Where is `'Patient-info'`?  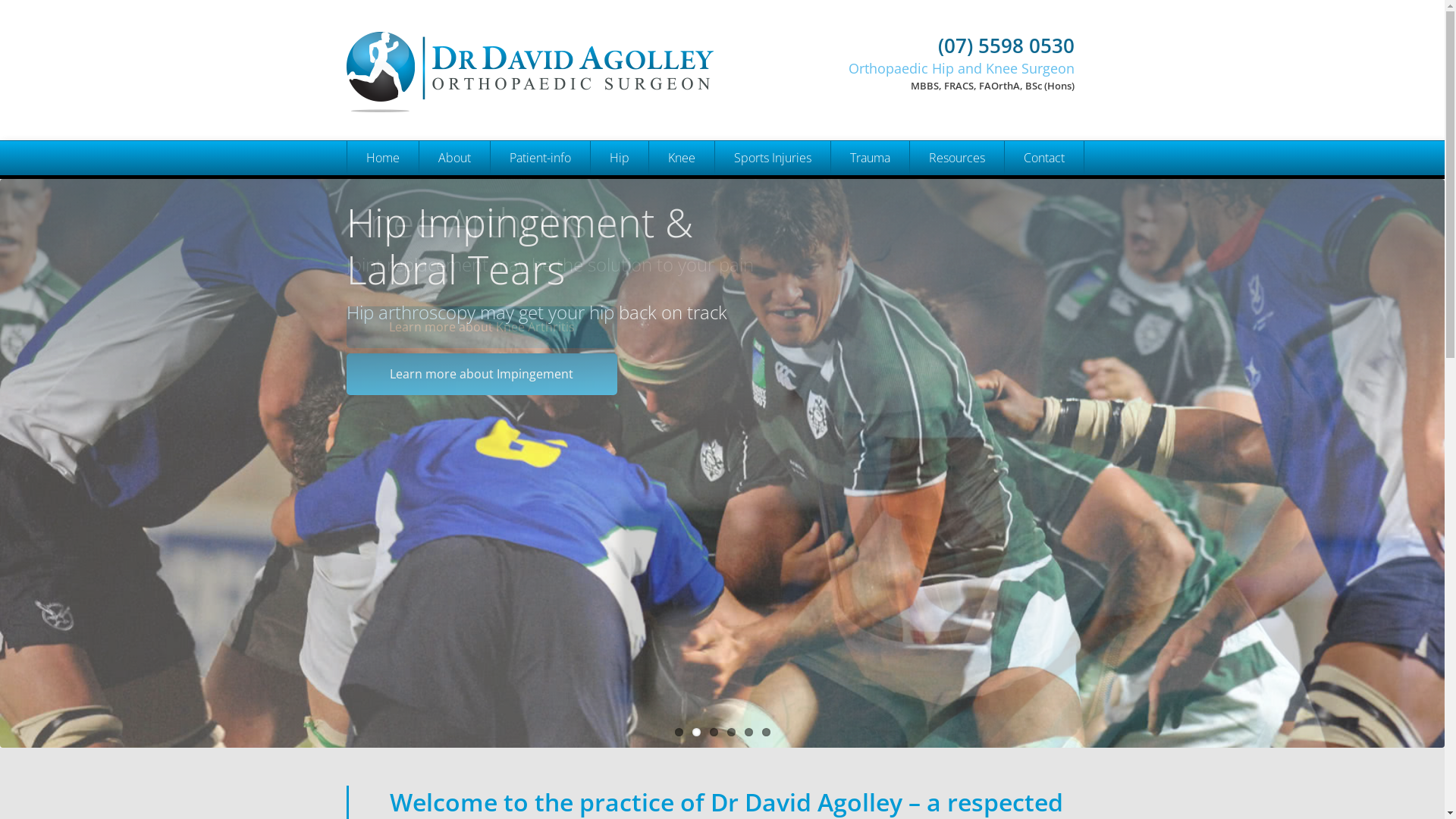
'Patient-info' is located at coordinates (539, 158).